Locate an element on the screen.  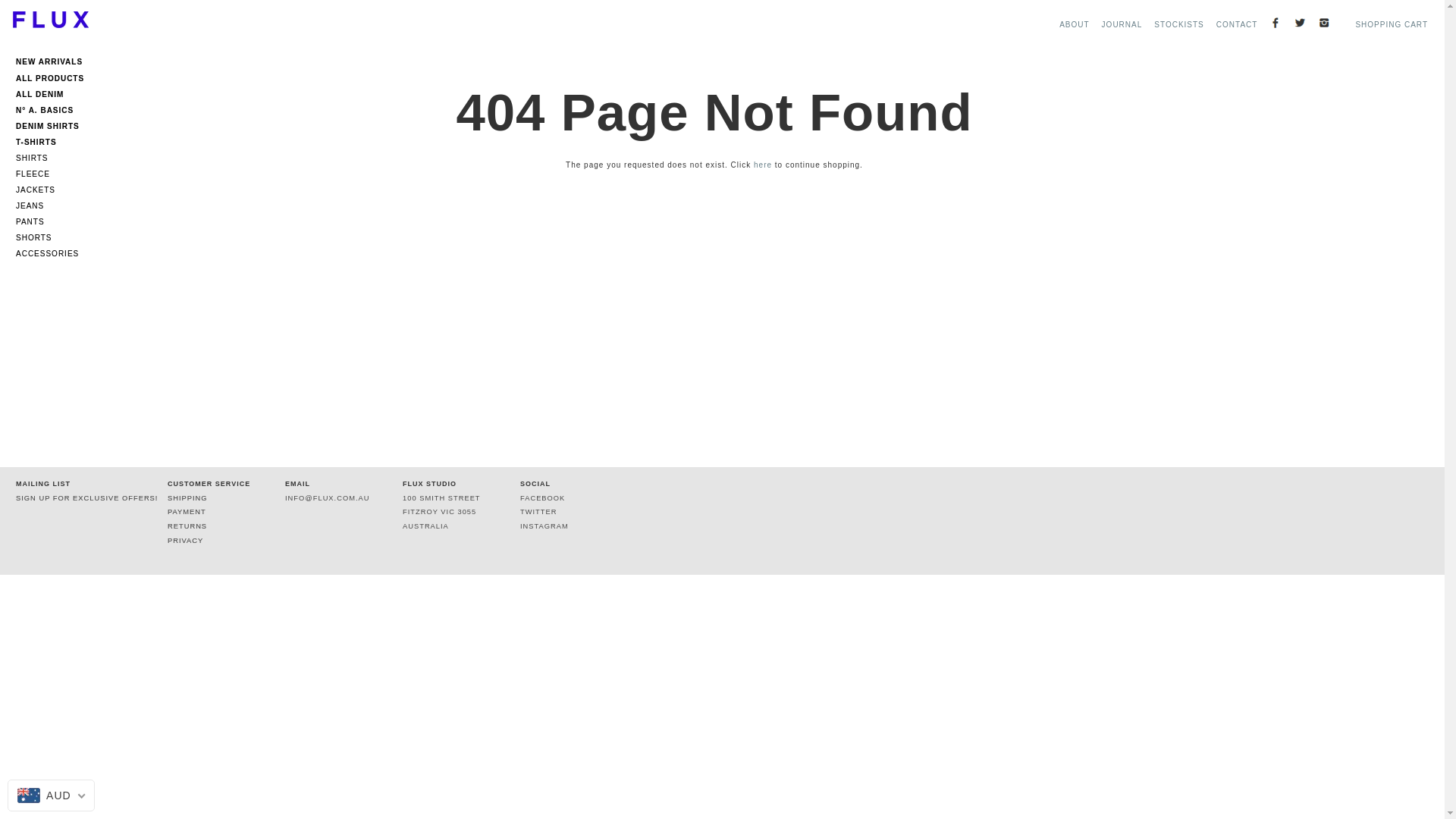
'SHIRTS' is located at coordinates (54, 158).